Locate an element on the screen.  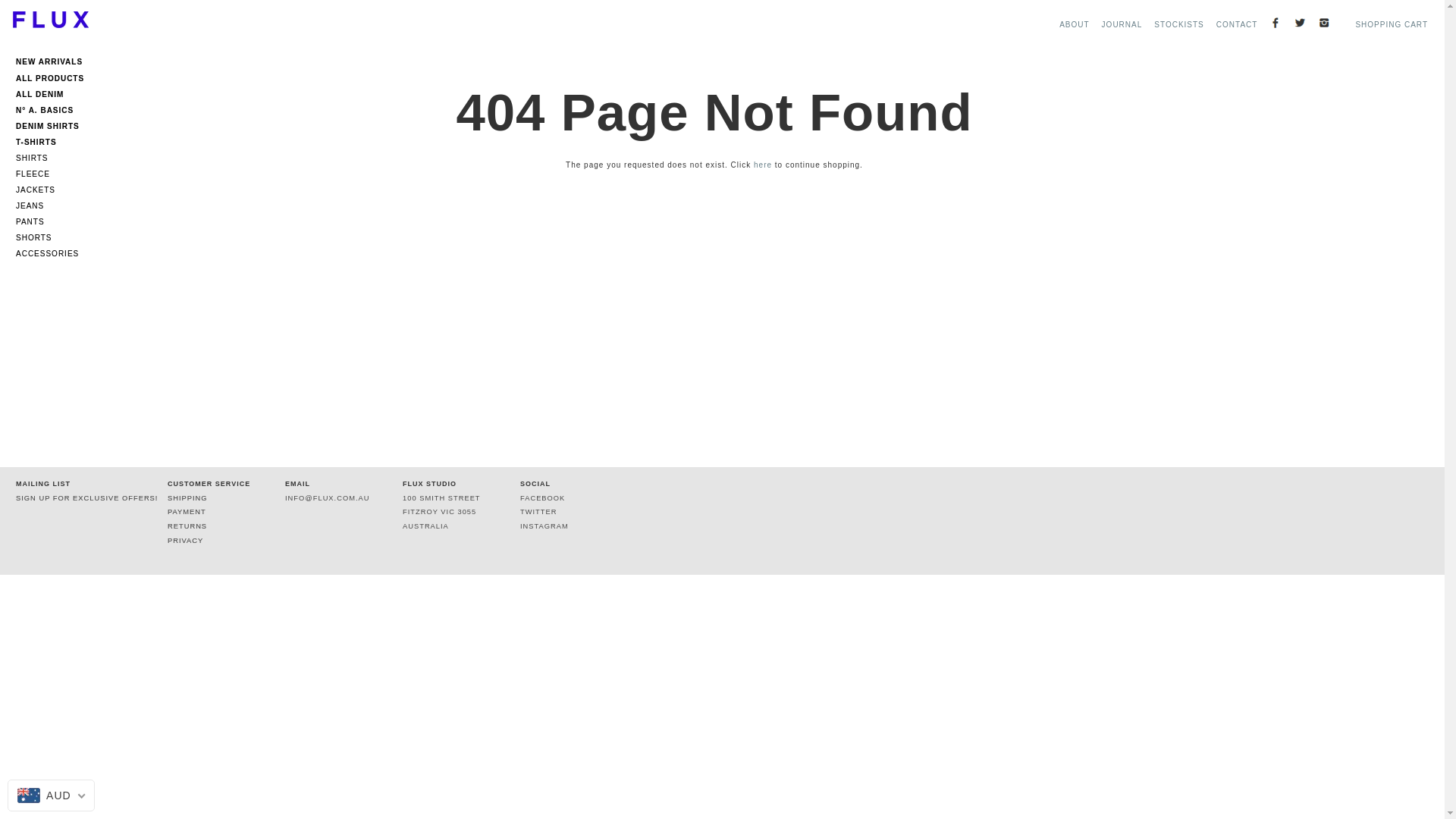
'SHIRTS' is located at coordinates (54, 158).